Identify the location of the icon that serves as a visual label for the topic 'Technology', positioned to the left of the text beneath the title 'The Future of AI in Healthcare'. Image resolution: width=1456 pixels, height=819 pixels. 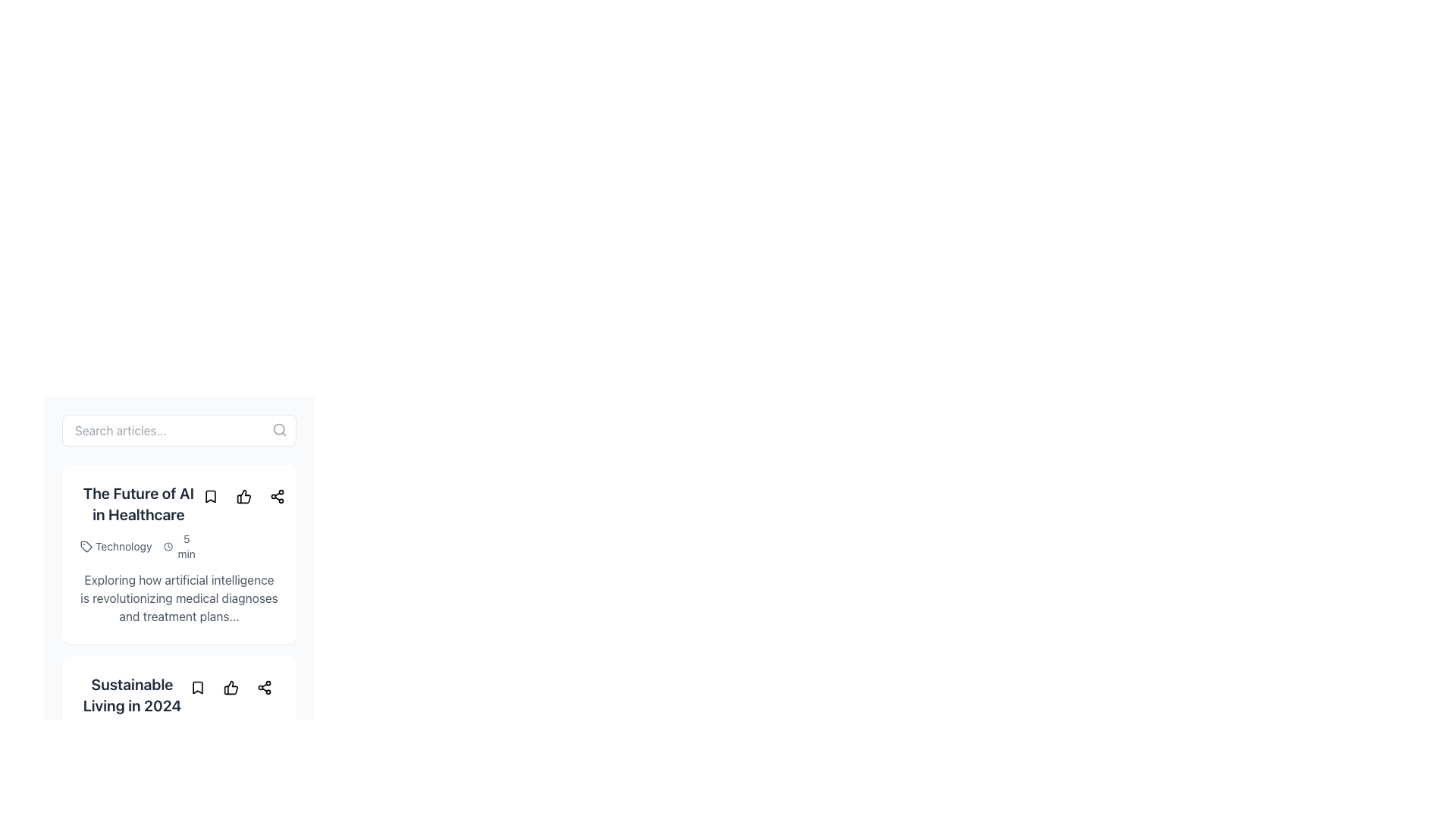
(86, 547).